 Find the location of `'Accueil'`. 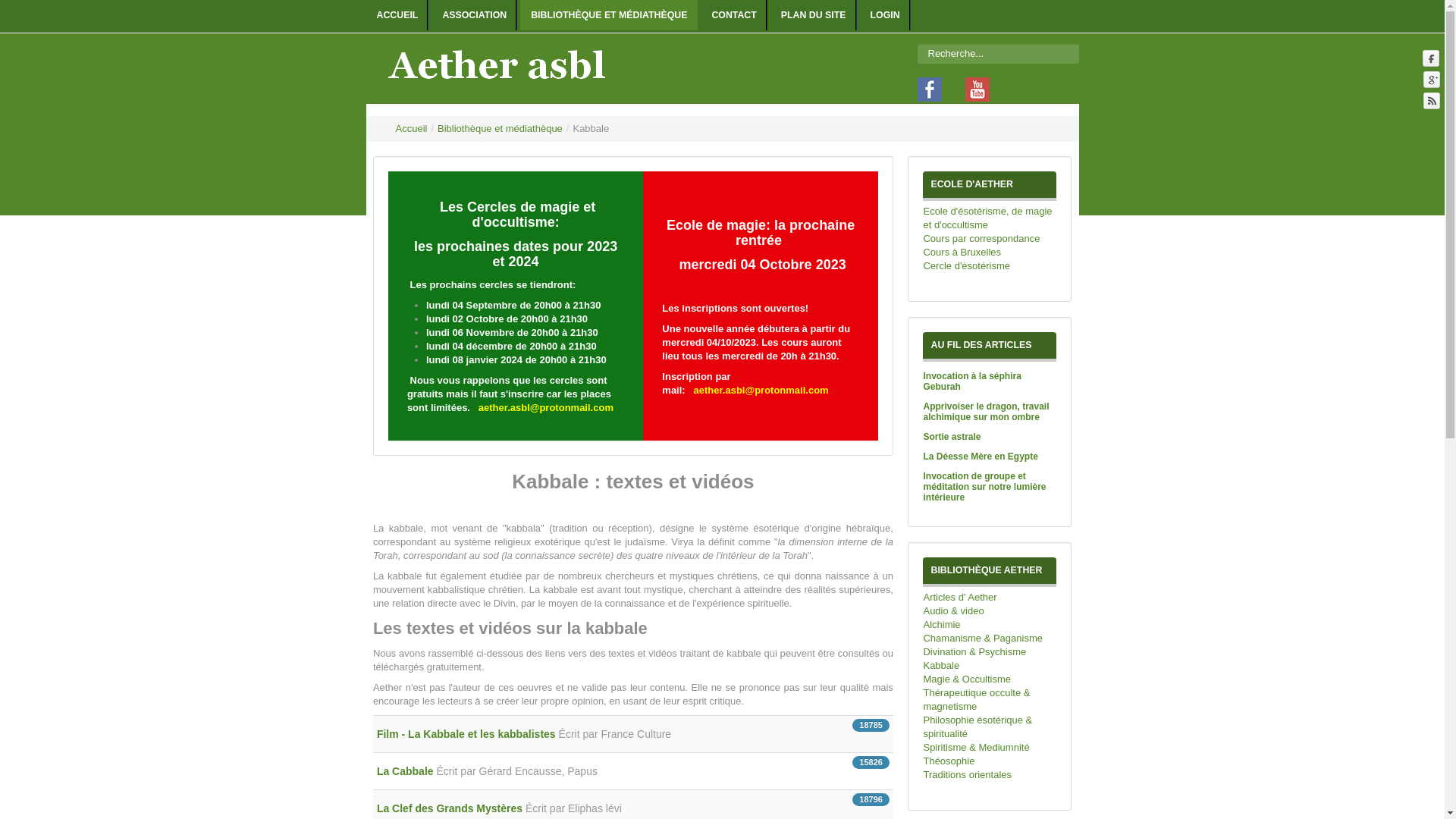

'Accueil' is located at coordinates (411, 127).